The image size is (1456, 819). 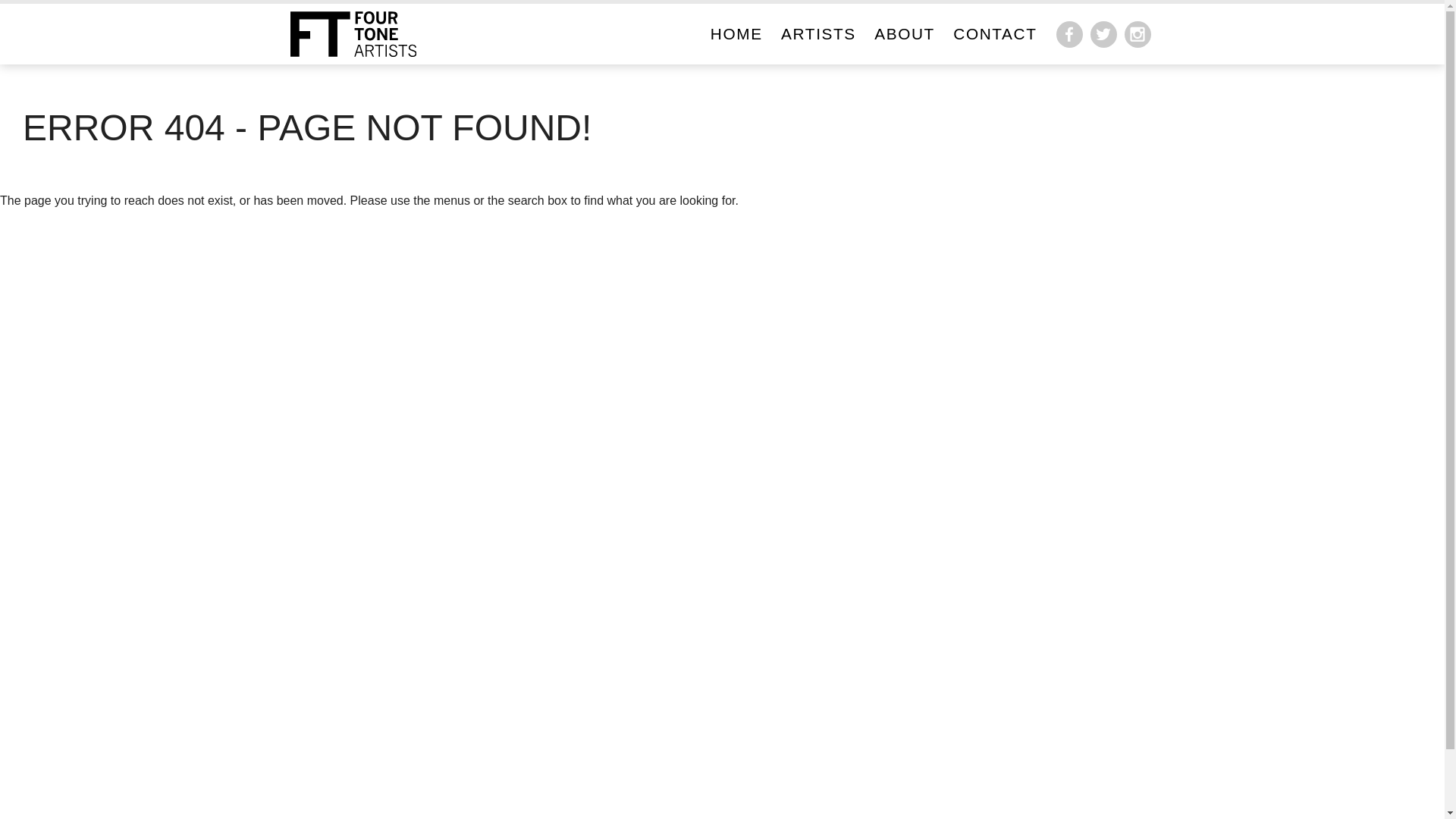 What do you see at coordinates (945, 33) in the screenshot?
I see `'CONTACT'` at bounding box center [945, 33].